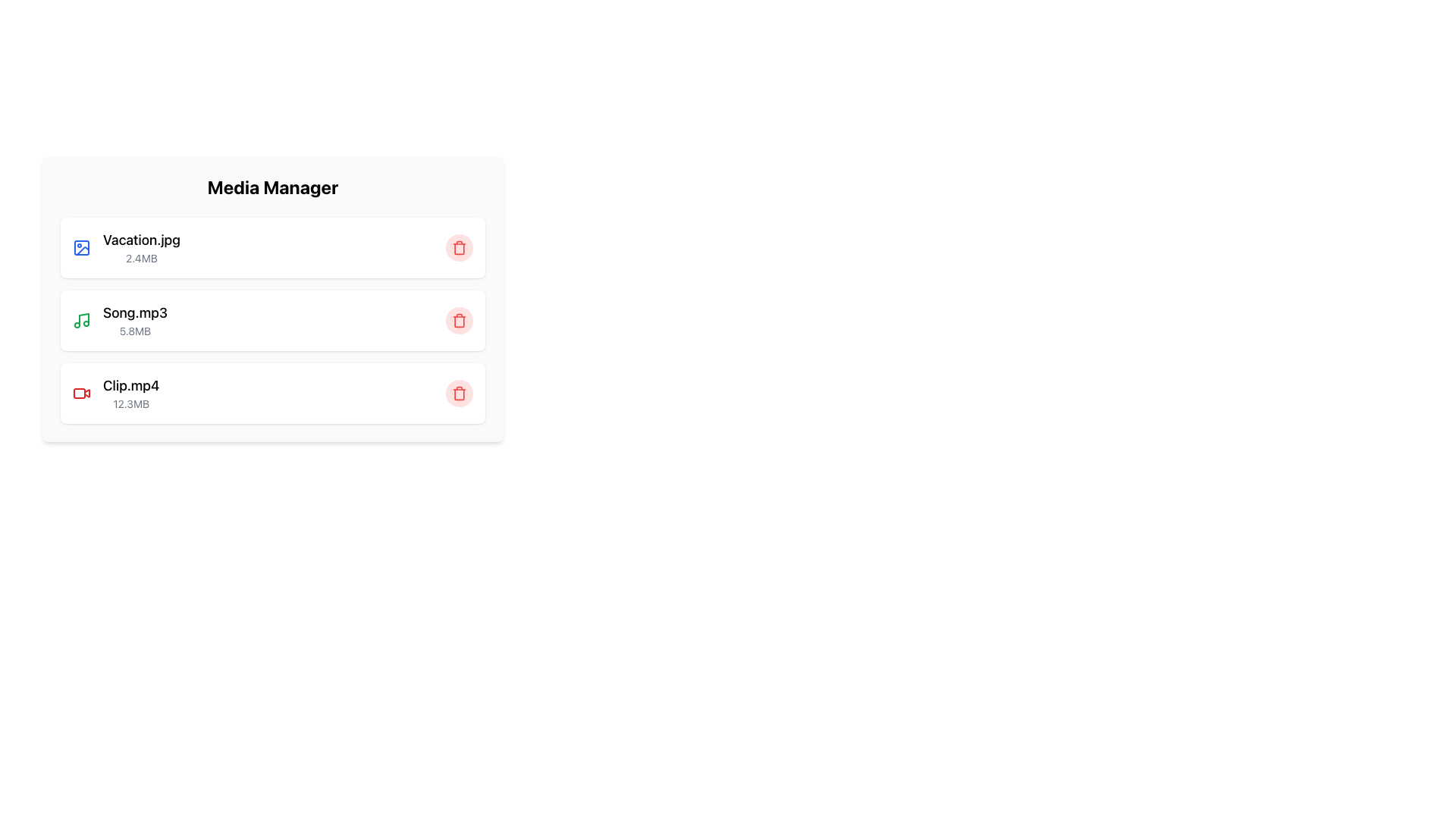 Image resolution: width=1456 pixels, height=819 pixels. What do you see at coordinates (458, 247) in the screenshot?
I see `the delete button for the item 'Vacation.jpg'` at bounding box center [458, 247].